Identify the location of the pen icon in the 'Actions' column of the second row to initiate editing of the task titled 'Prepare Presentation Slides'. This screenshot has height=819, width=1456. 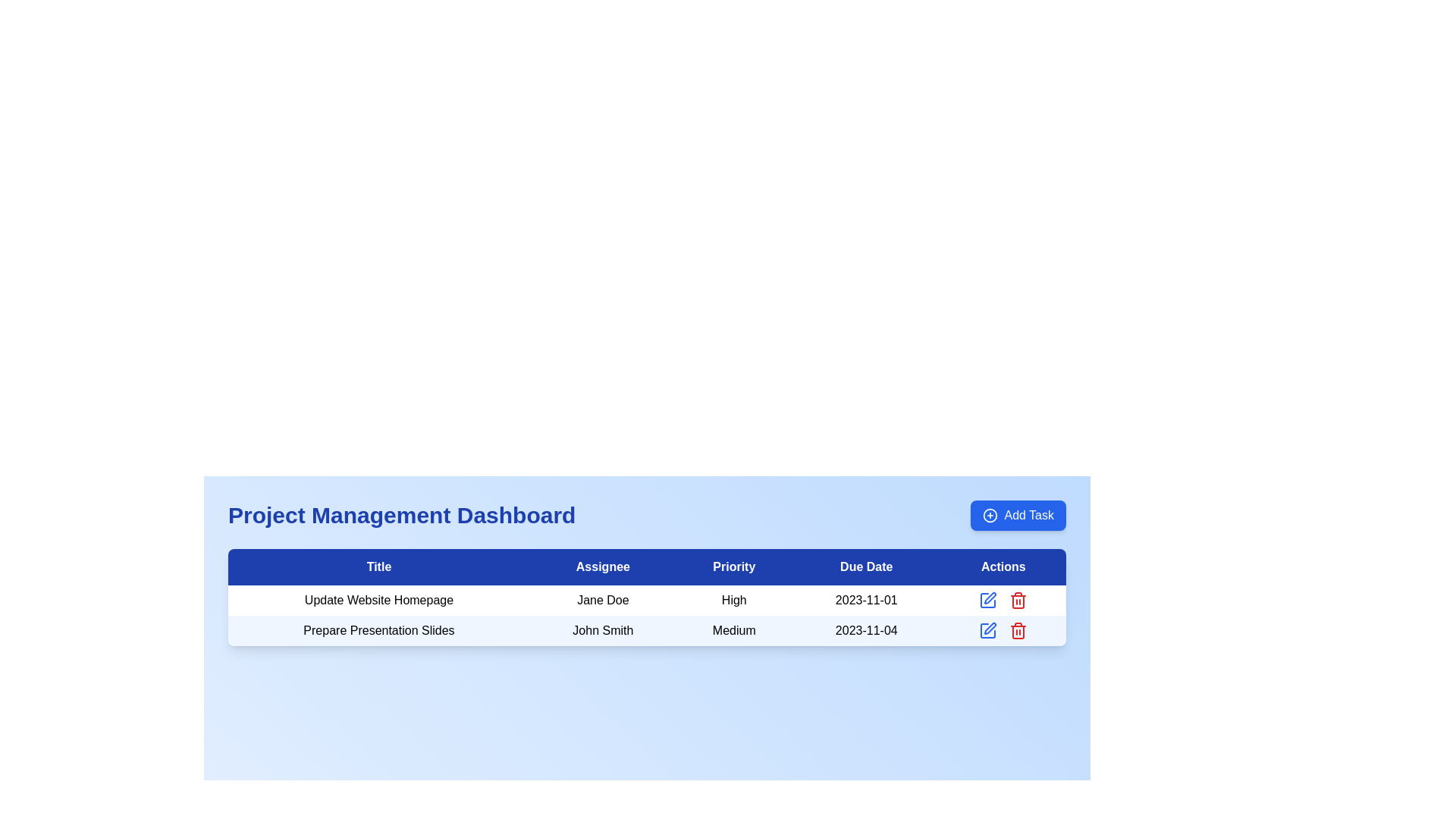
(990, 598).